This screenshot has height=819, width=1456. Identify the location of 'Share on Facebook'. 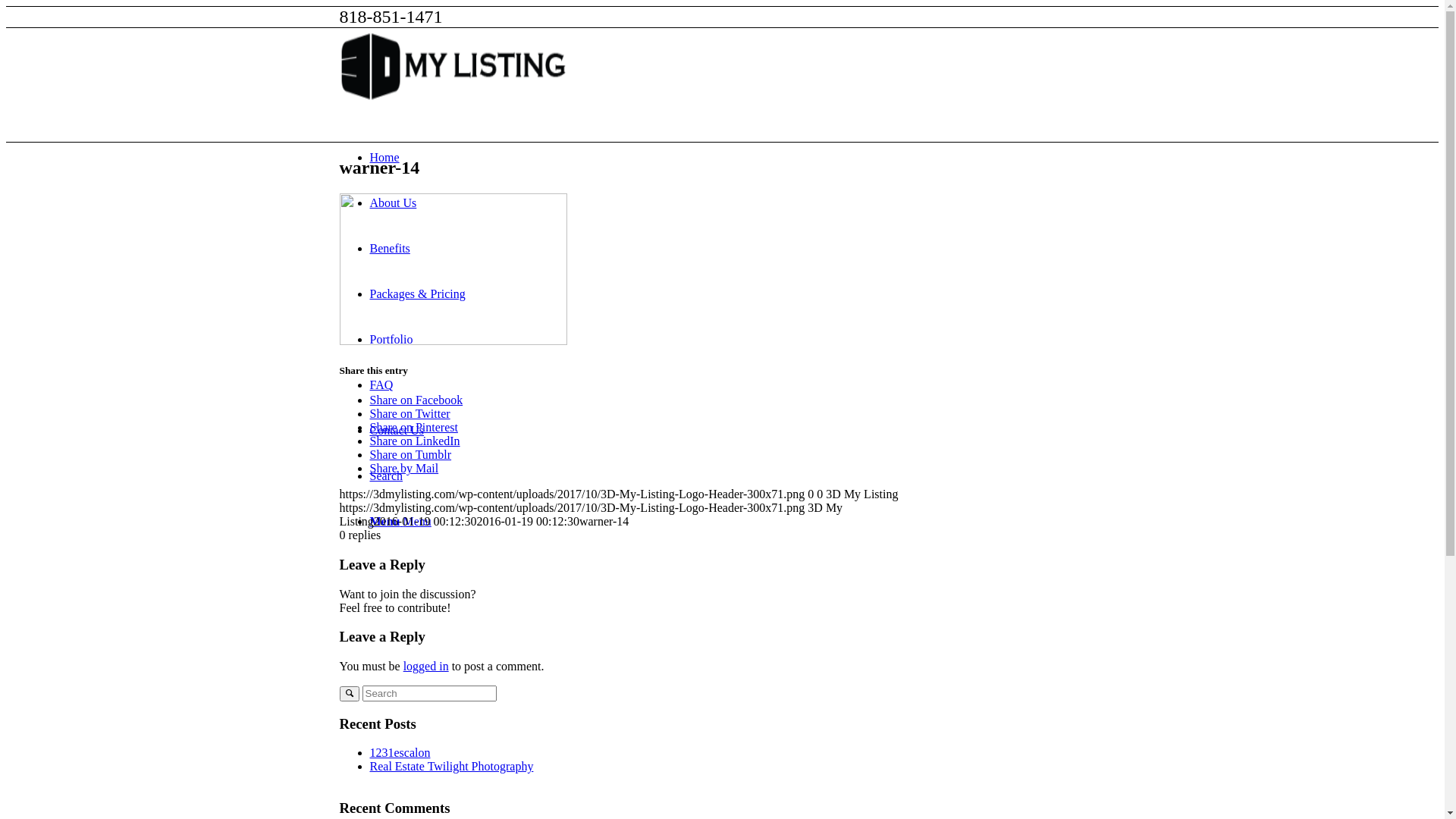
(416, 399).